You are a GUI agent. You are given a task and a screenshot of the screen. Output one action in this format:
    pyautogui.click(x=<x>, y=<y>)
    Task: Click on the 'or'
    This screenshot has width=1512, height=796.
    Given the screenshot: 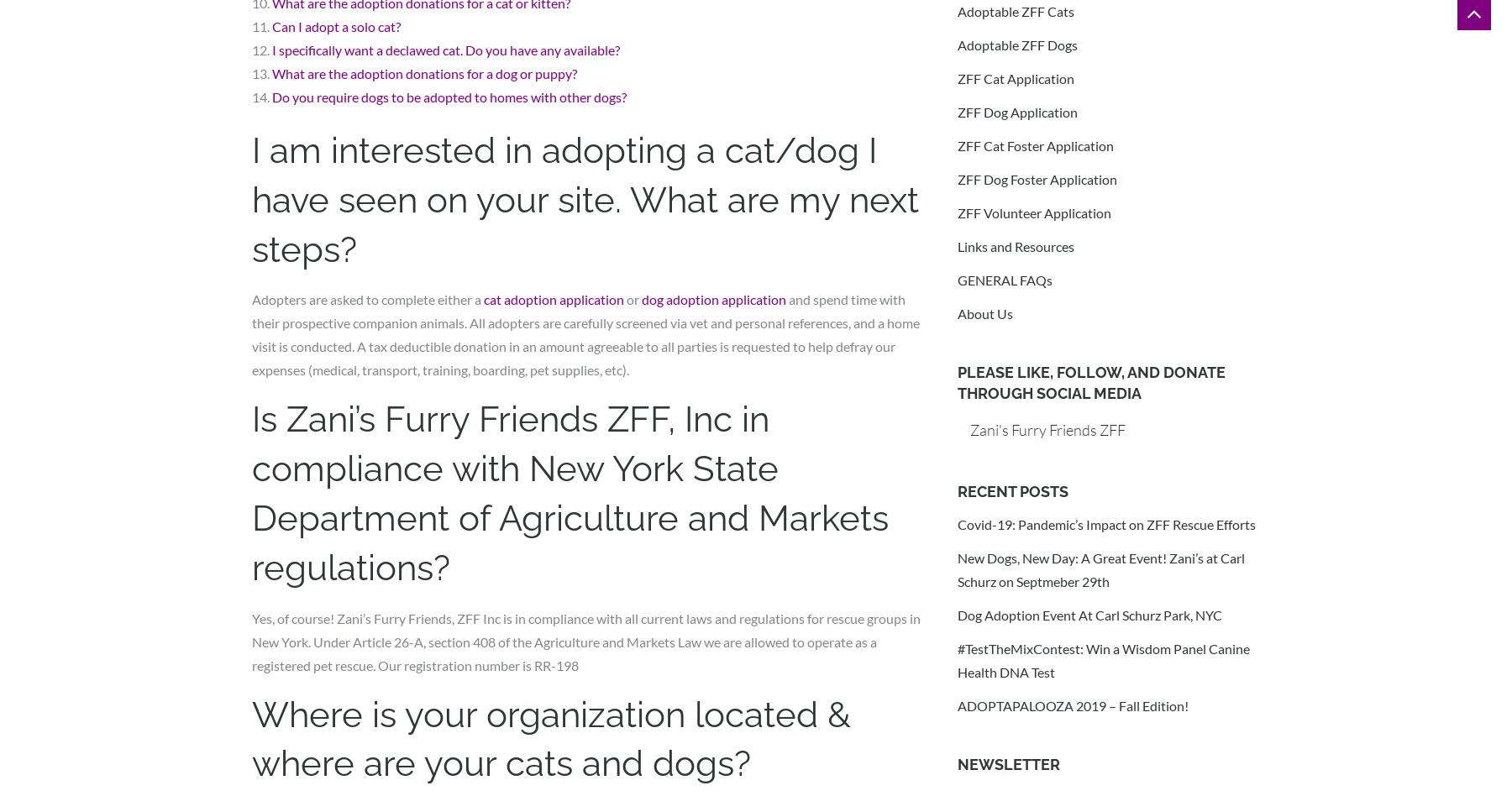 What is the action you would take?
    pyautogui.click(x=632, y=299)
    